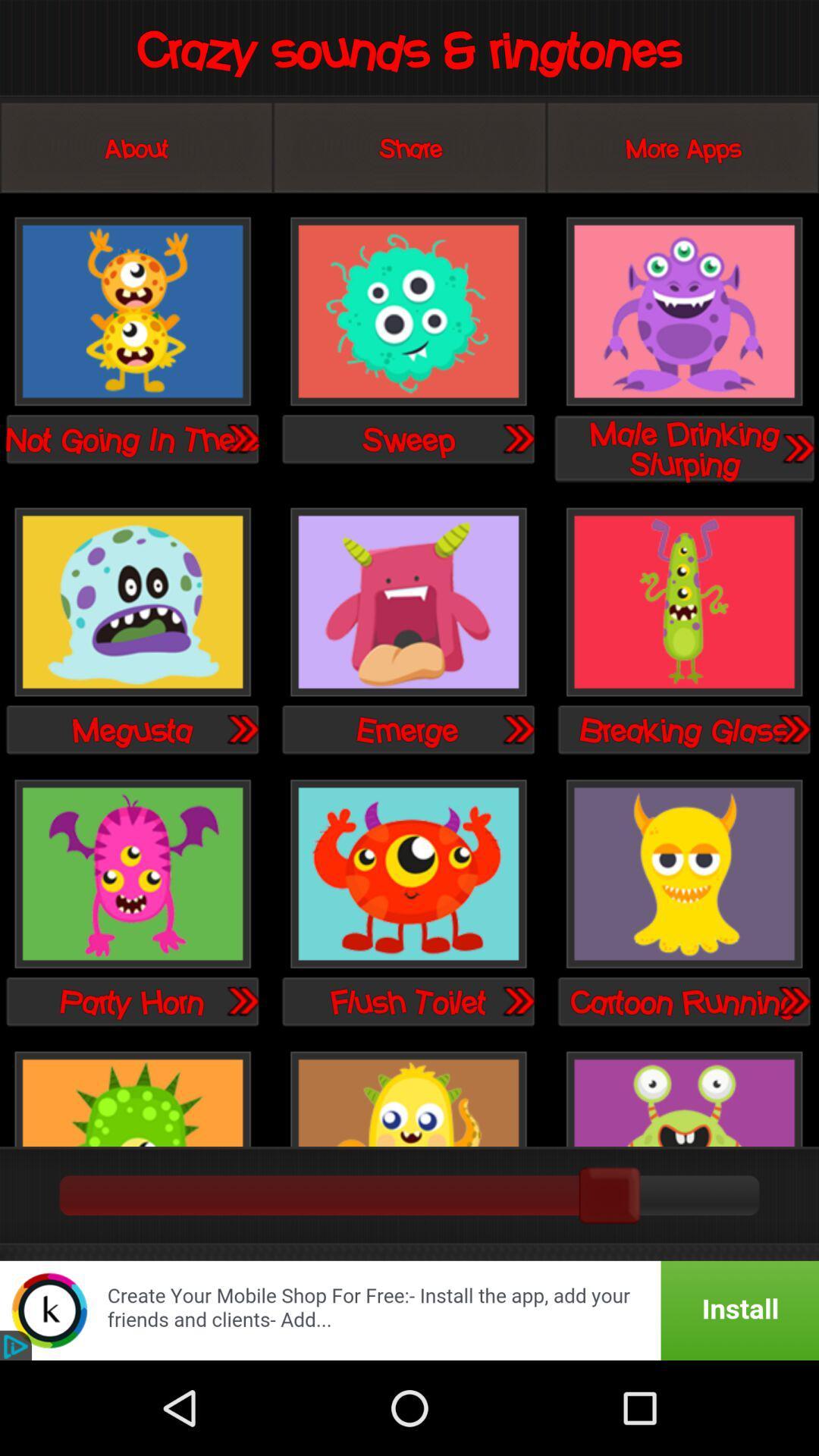 The image size is (819, 1456). Describe the element at coordinates (407, 312) in the screenshot. I see `sweep sound` at that location.